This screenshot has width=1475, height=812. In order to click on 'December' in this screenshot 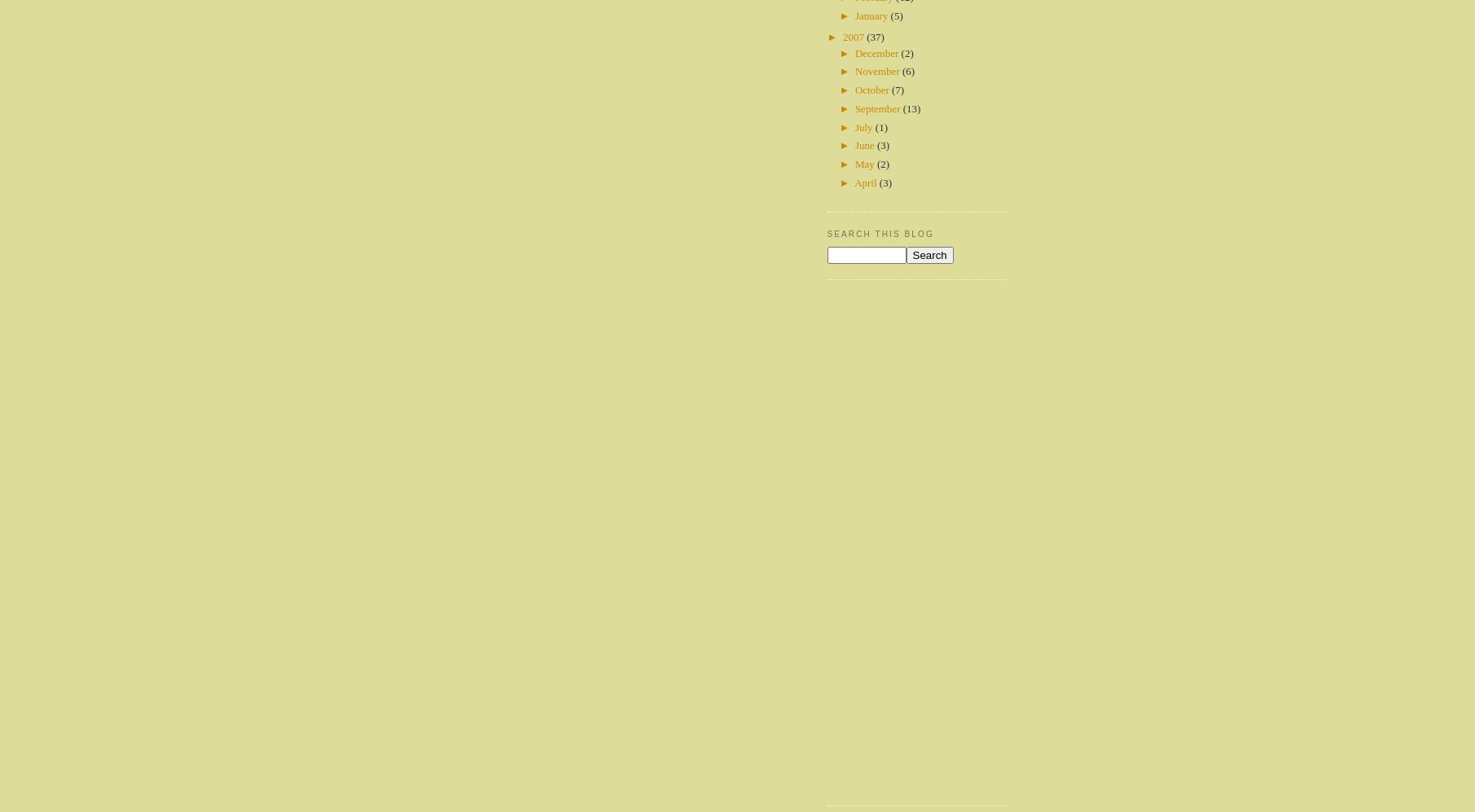, I will do `click(877, 51)`.